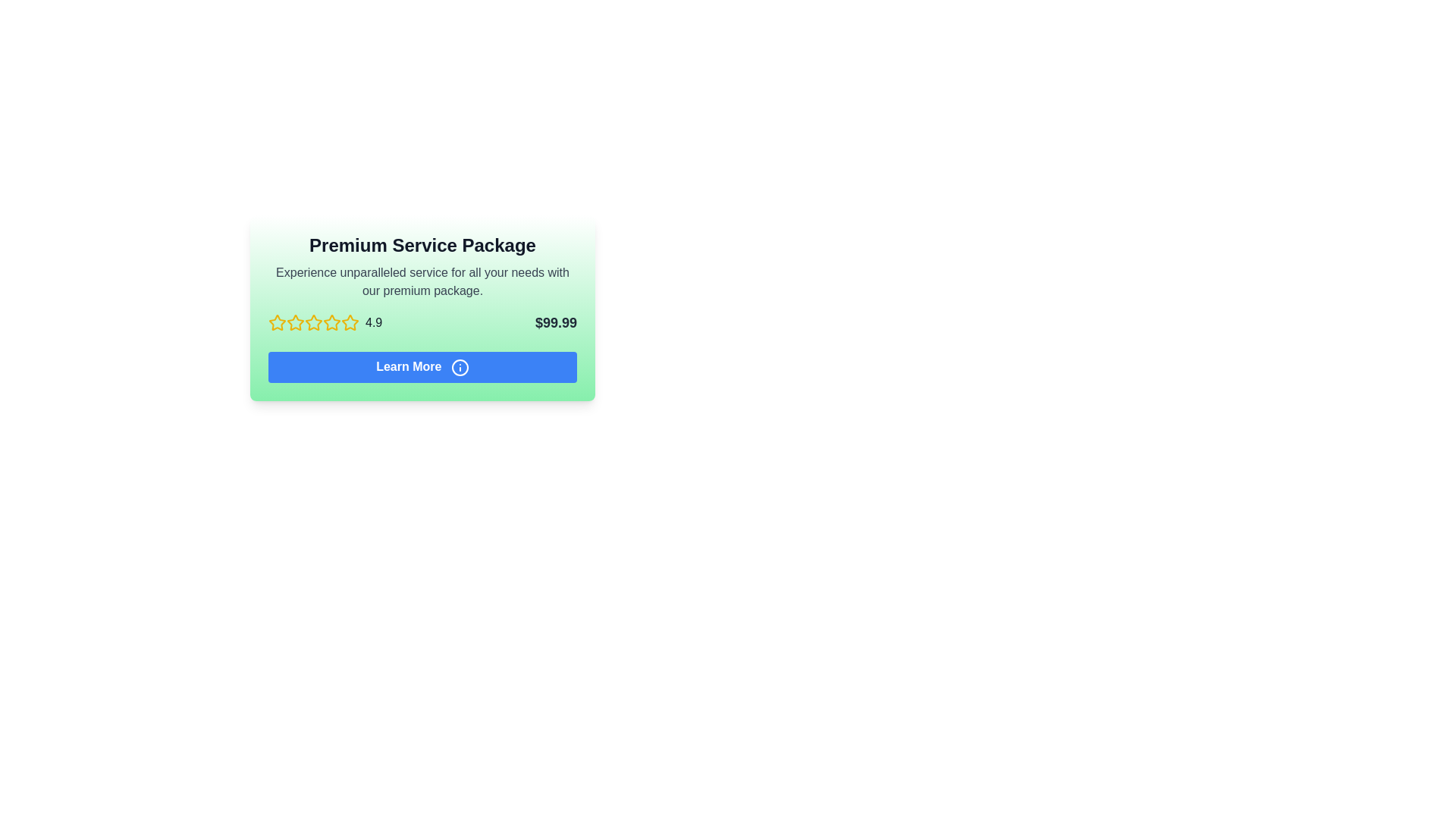 This screenshot has height=819, width=1456. Describe the element at coordinates (295, 322) in the screenshot. I see `the second star icon in the rating section, which is styled with a yellow outline and filled with a transparent background, located below the title 'Premium Service Package'` at that location.